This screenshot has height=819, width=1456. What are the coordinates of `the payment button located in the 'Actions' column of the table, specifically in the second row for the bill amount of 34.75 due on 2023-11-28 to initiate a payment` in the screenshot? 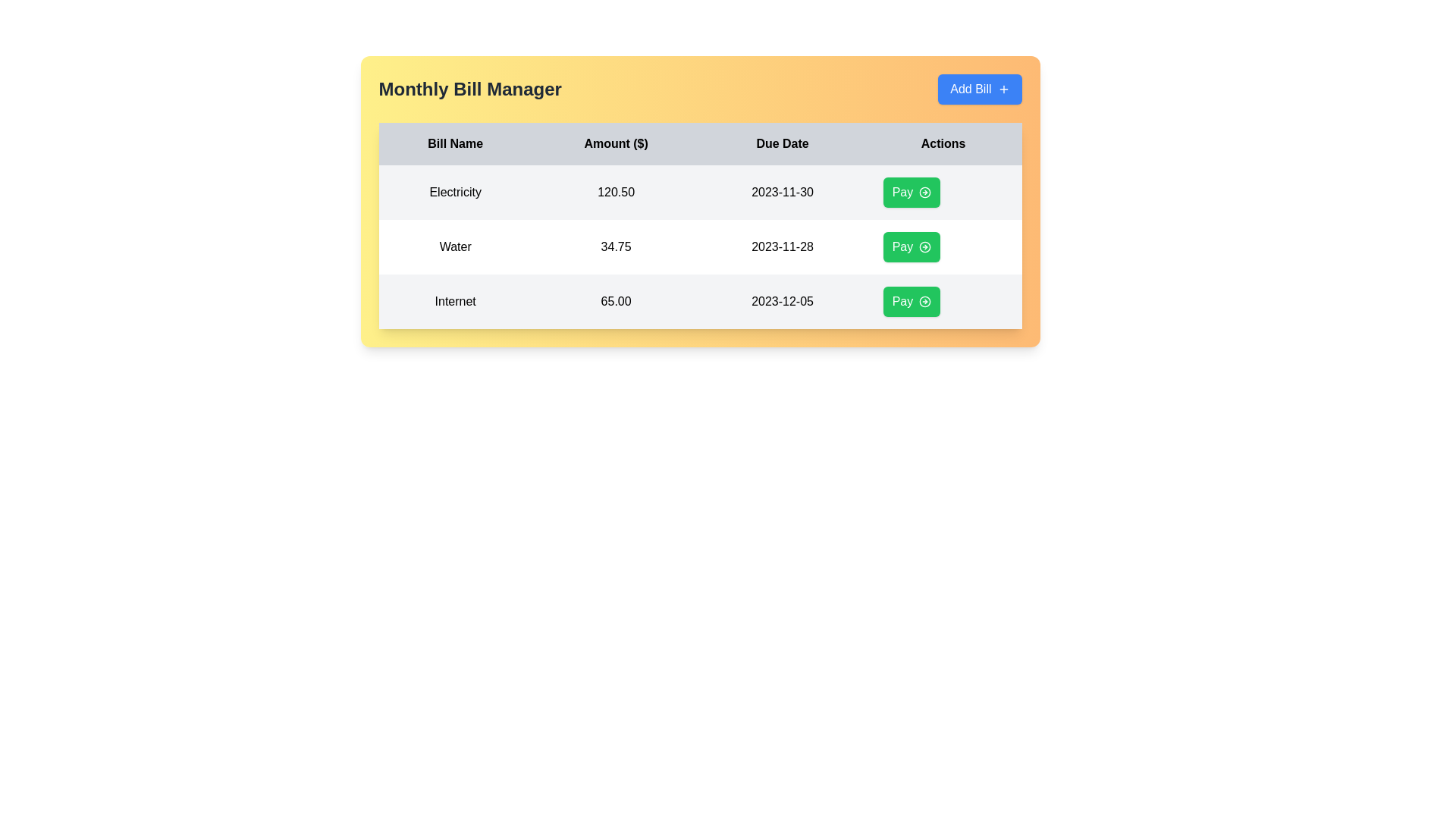 It's located at (911, 246).